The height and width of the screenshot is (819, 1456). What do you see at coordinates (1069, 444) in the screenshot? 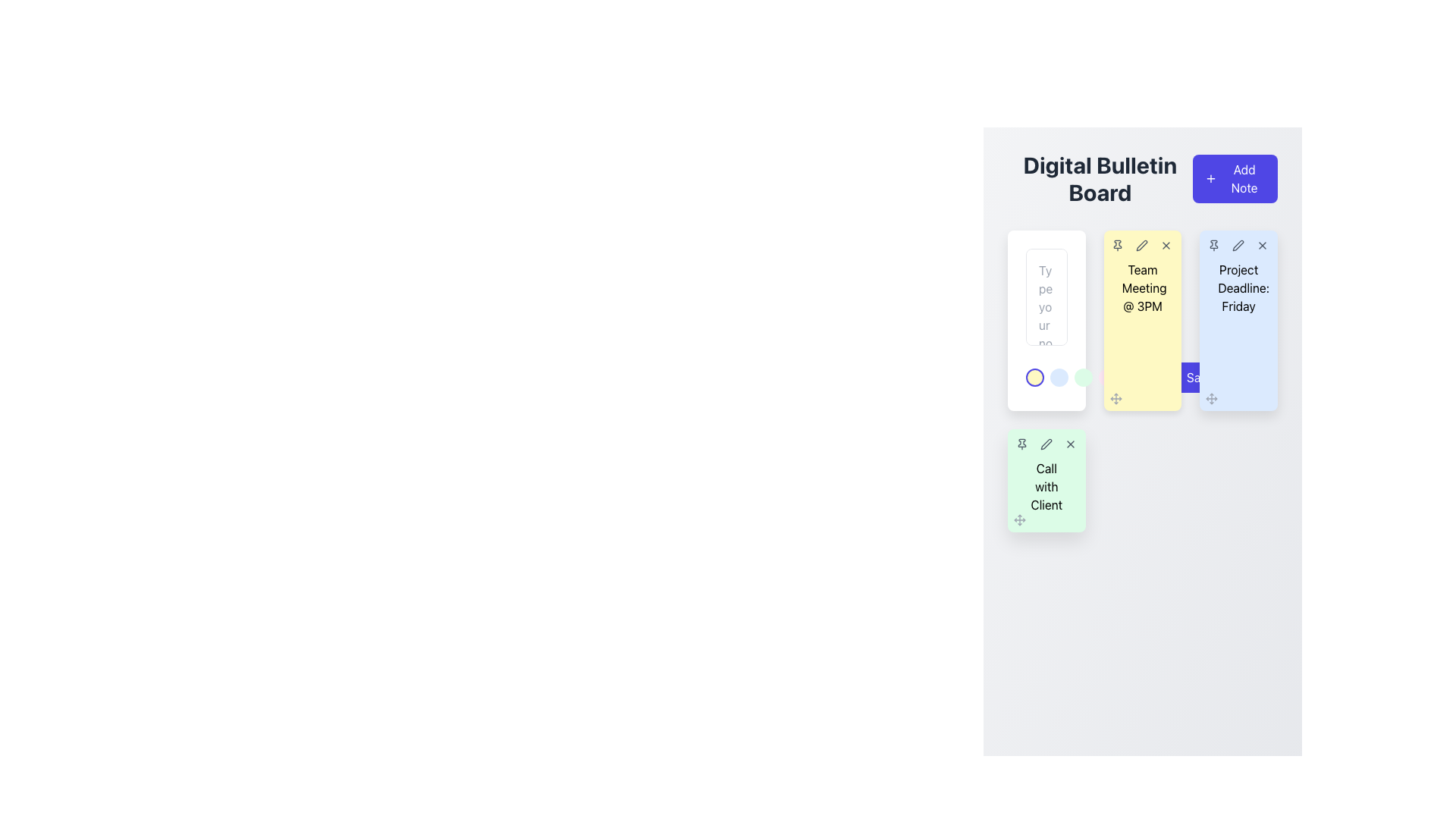
I see `the circular button with an 'X' icon in the upper-right corner of the 'Call with Client' green card` at bounding box center [1069, 444].